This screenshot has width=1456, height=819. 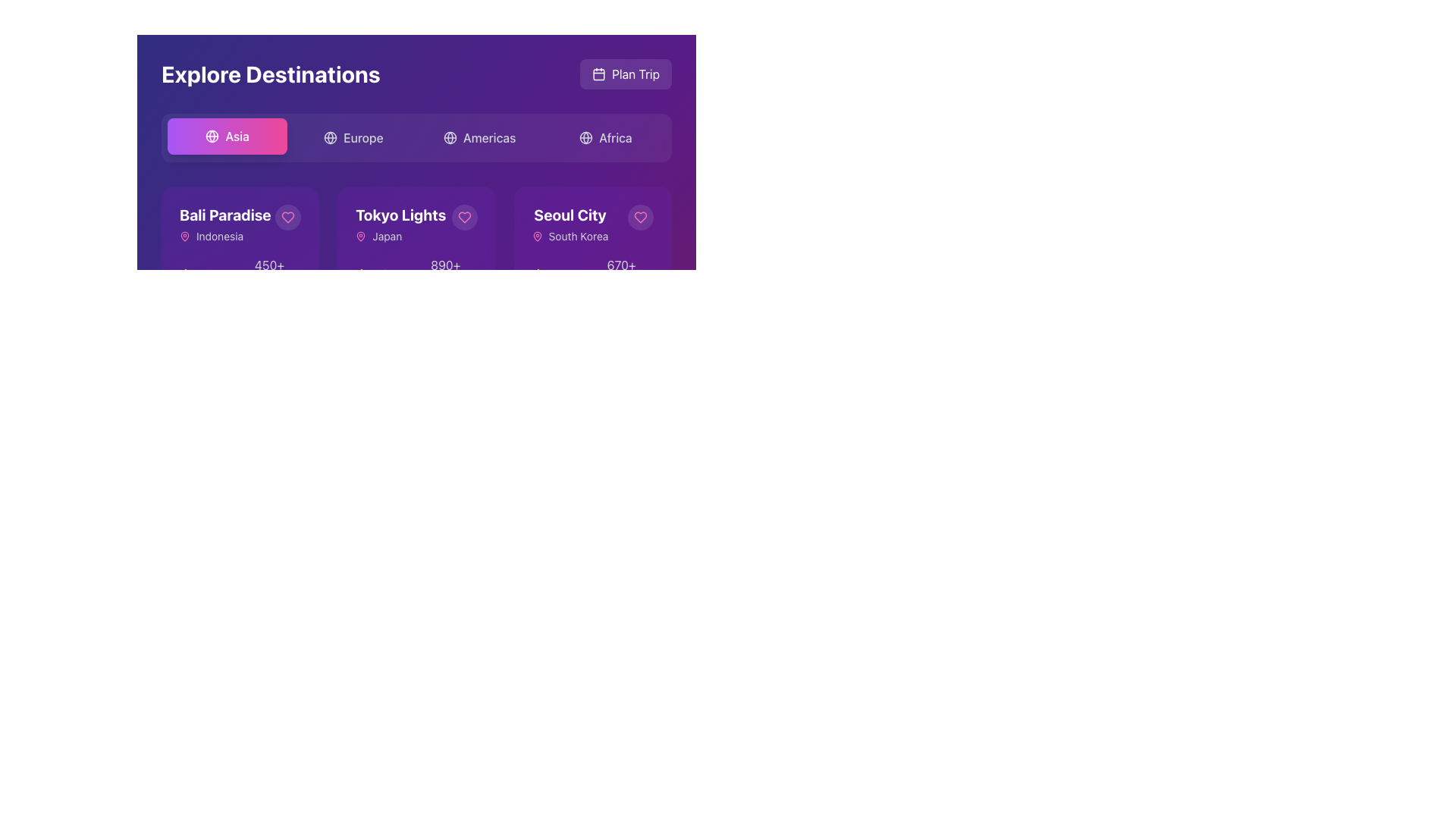 I want to click on the 'Europe' button, so click(x=353, y=137).